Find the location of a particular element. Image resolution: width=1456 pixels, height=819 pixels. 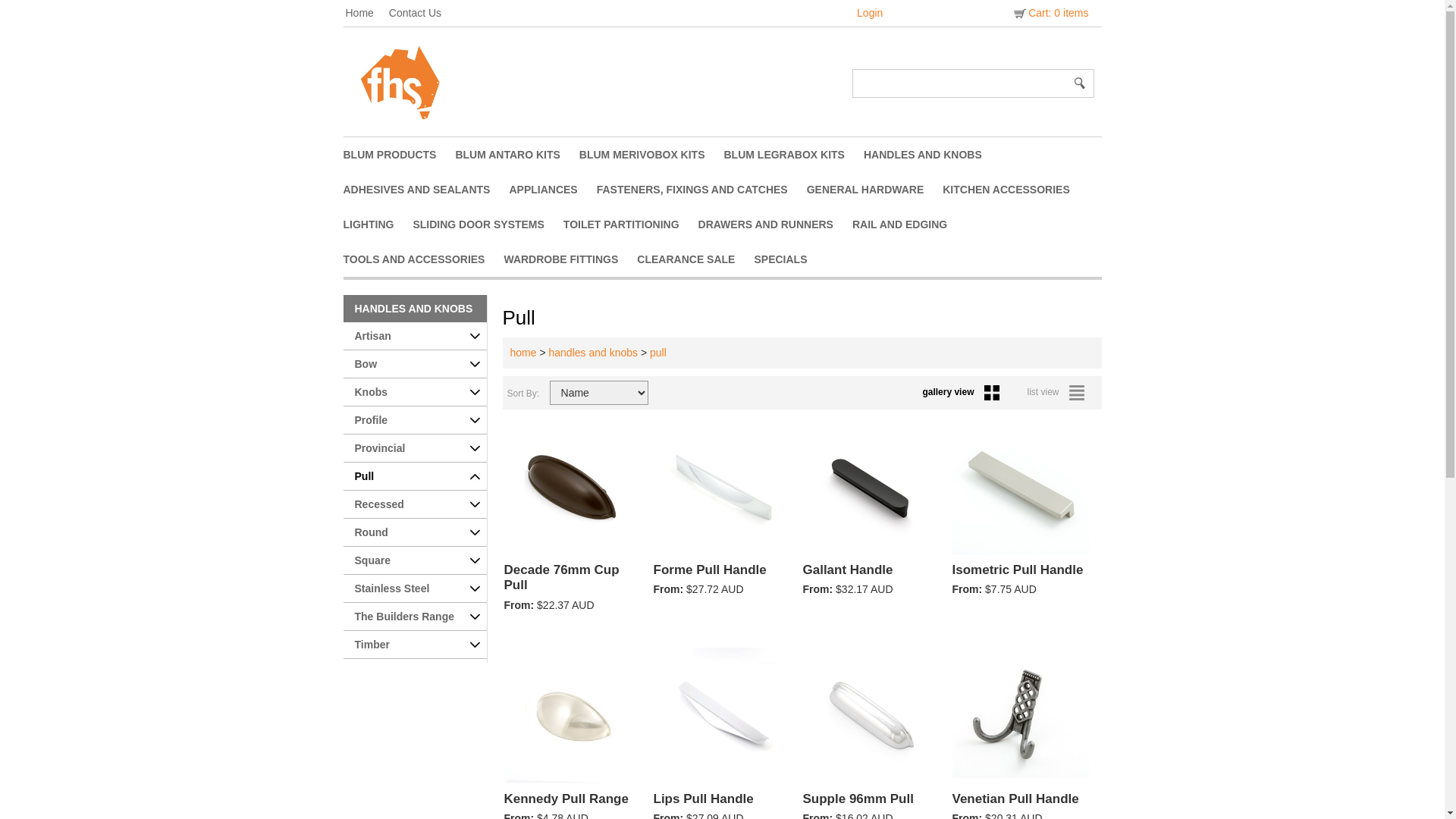

'Stainless Steel' is located at coordinates (341, 588).